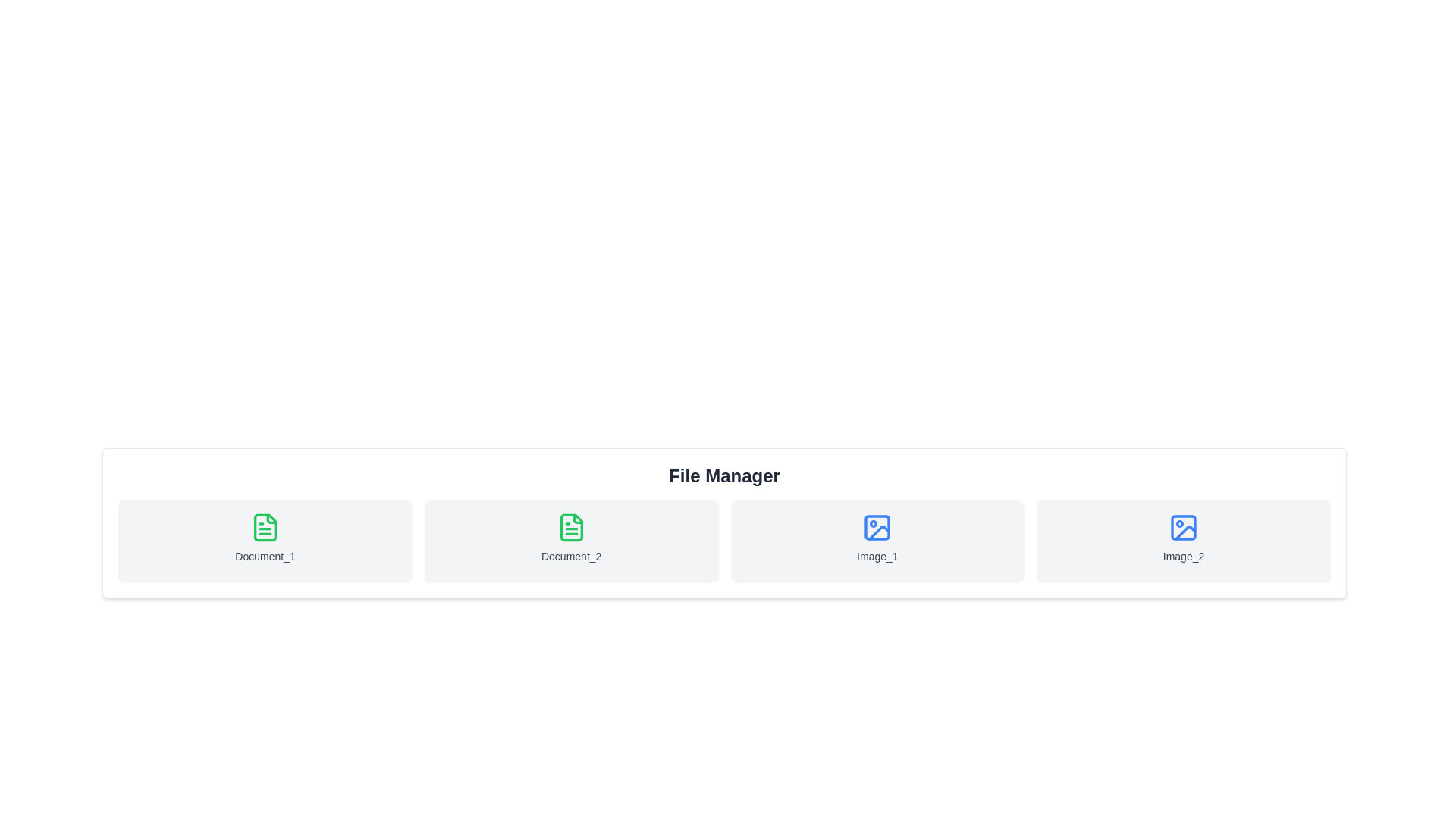  Describe the element at coordinates (1182, 540) in the screenshot. I see `the rectangular card with rounded edges that has a light gray background and contains a blue icon at the center top, labeled 'Image_2' in smaller gray font` at that location.